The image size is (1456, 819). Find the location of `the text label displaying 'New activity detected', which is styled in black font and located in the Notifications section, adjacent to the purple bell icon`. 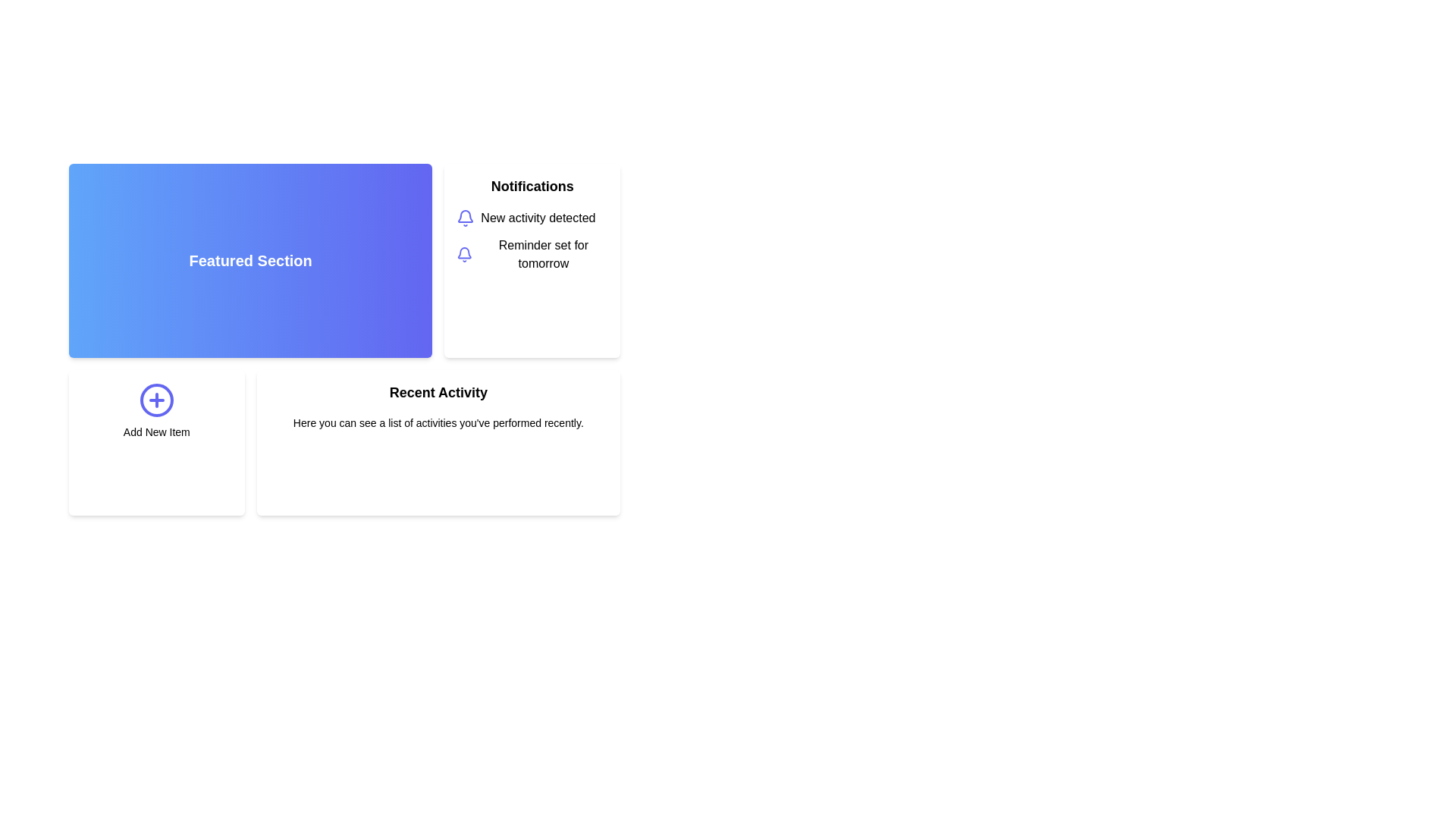

the text label displaying 'New activity detected', which is styled in black font and located in the Notifications section, adjacent to the purple bell icon is located at coordinates (538, 218).